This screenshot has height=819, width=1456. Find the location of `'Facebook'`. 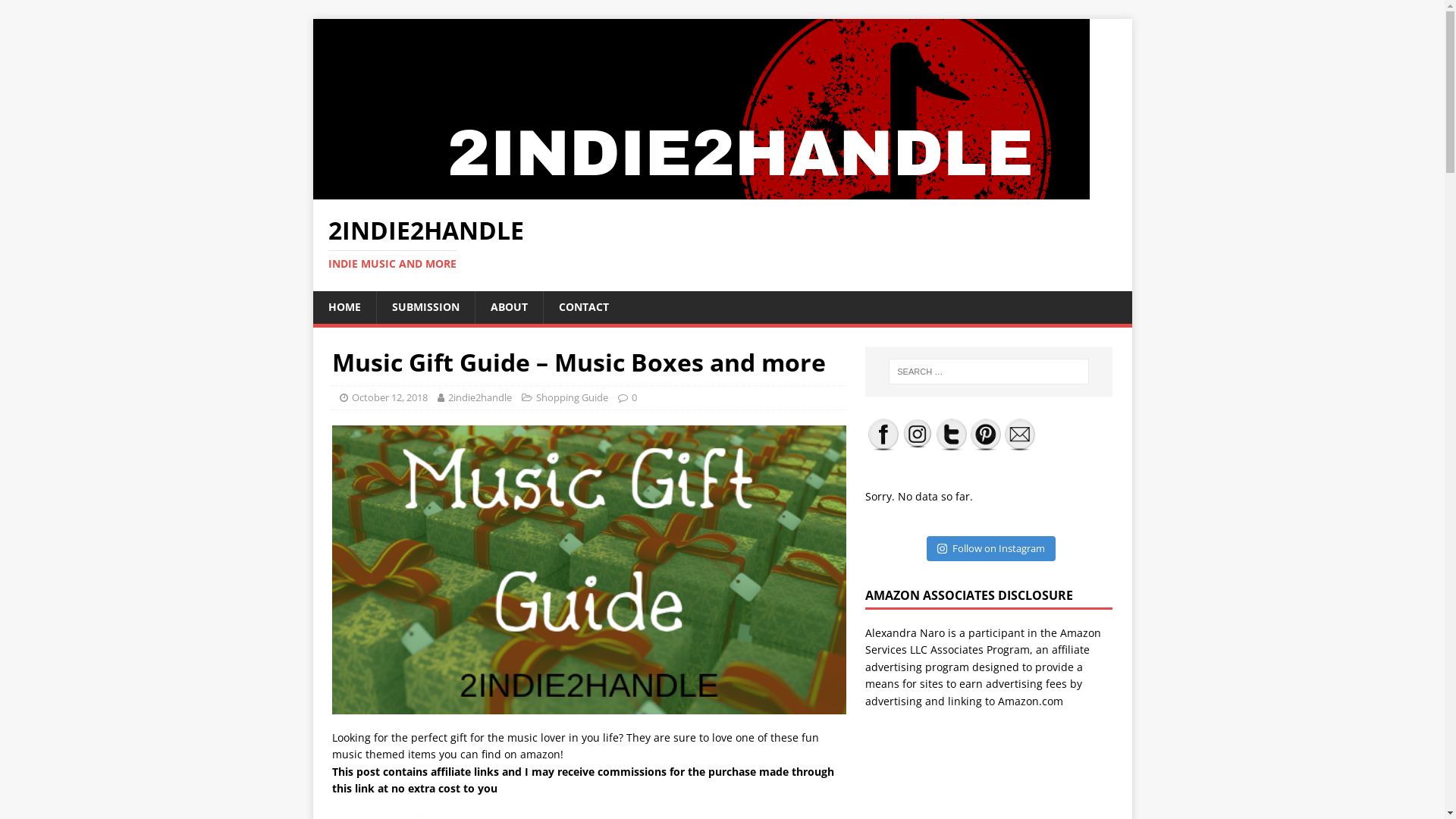

'Facebook' is located at coordinates (868, 434).